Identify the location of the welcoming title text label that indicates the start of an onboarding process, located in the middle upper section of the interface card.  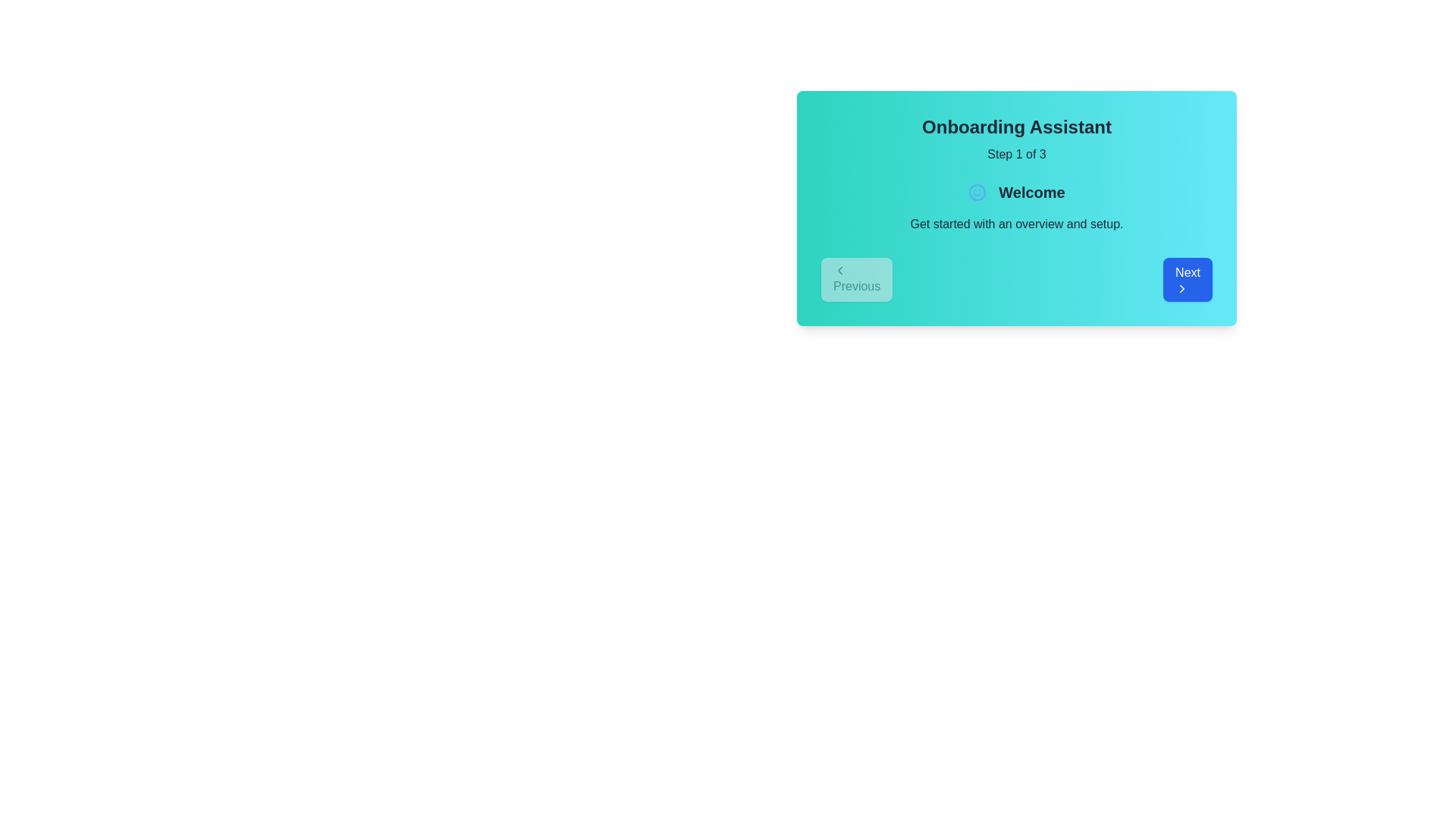
(1031, 192).